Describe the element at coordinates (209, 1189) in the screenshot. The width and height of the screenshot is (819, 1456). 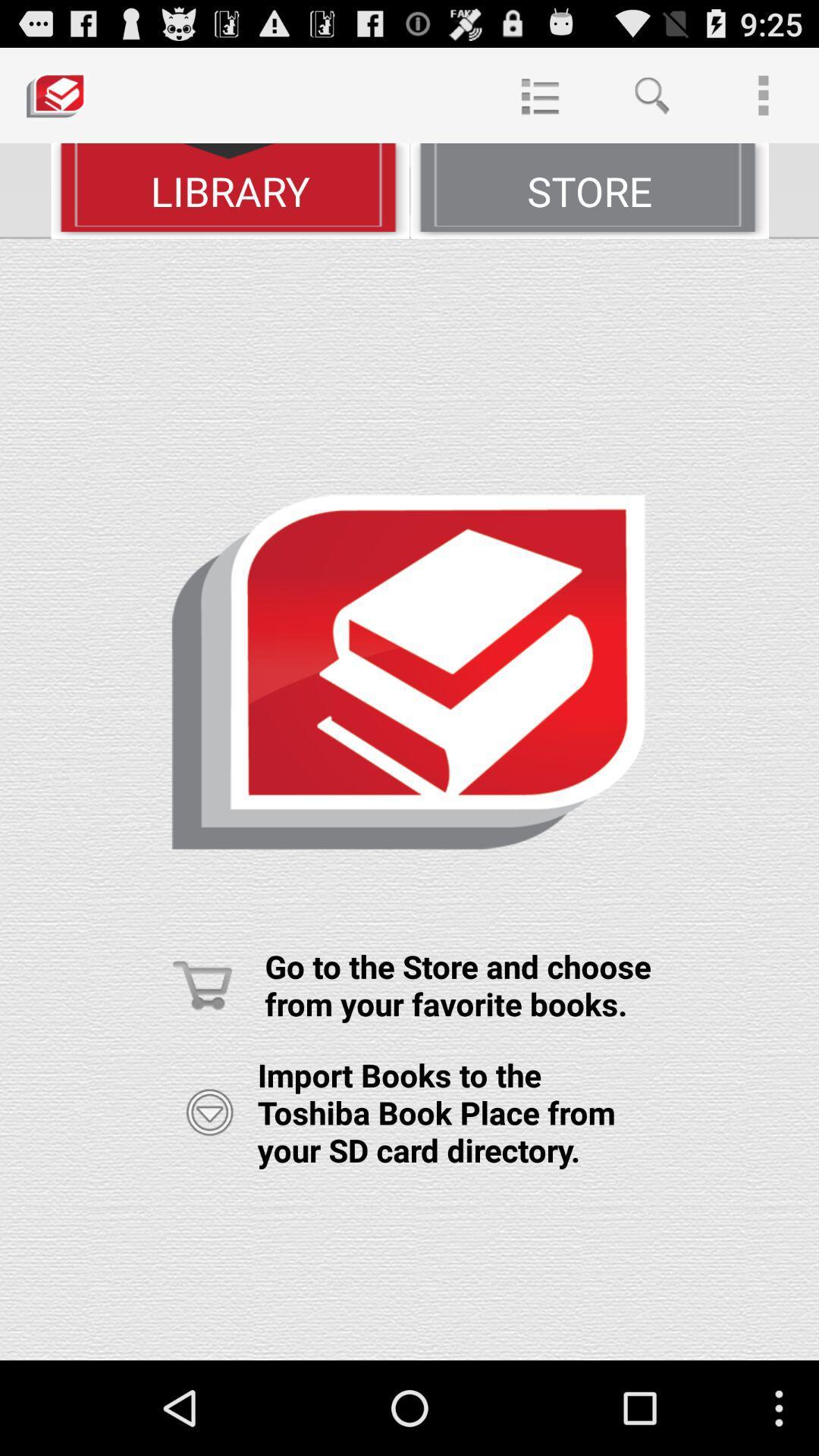
I see `the expand_more icon` at that location.